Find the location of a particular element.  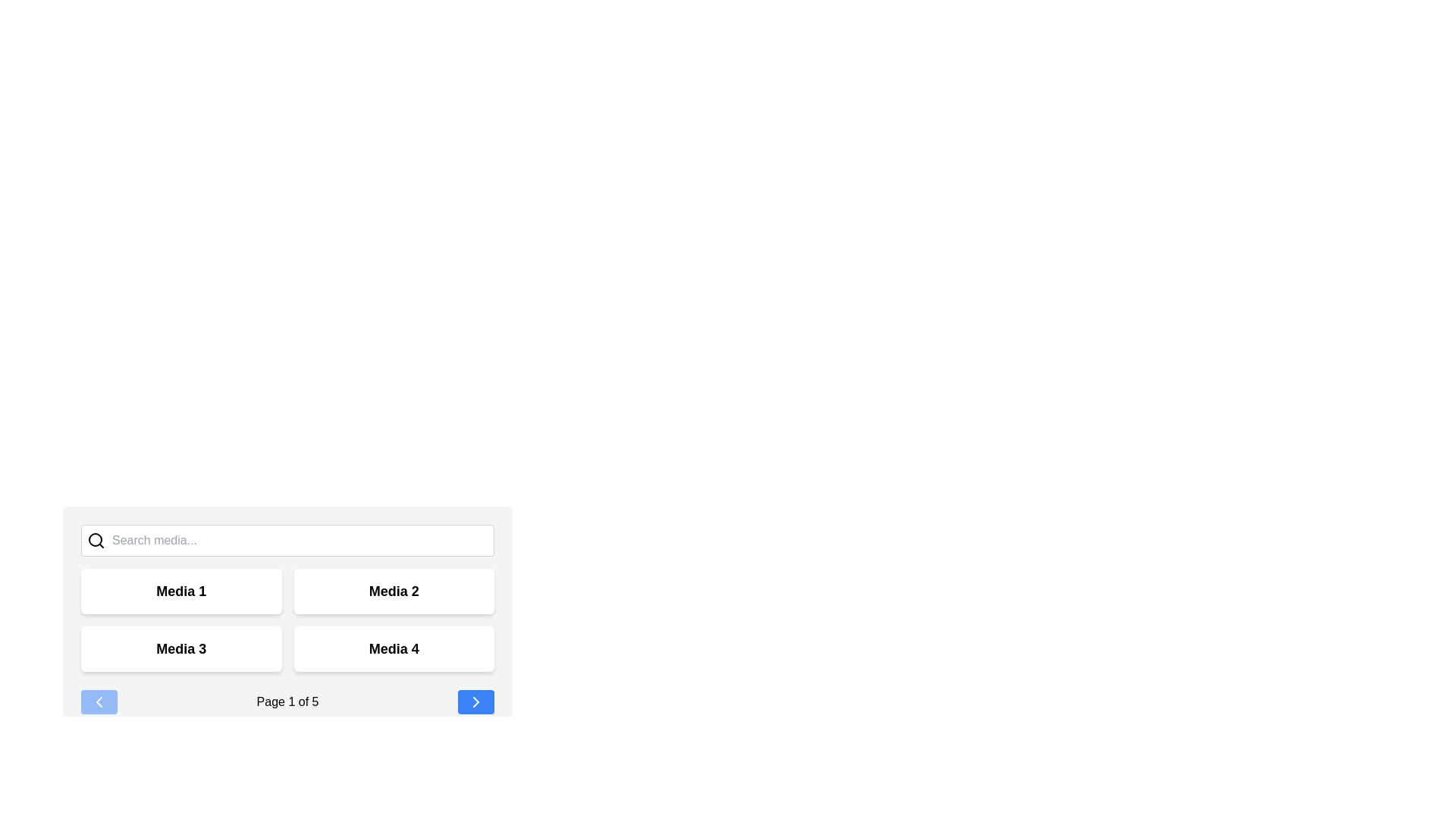

the right-pointing arrow icon button located in the rectangular blue button with rounded corners is located at coordinates (475, 701).